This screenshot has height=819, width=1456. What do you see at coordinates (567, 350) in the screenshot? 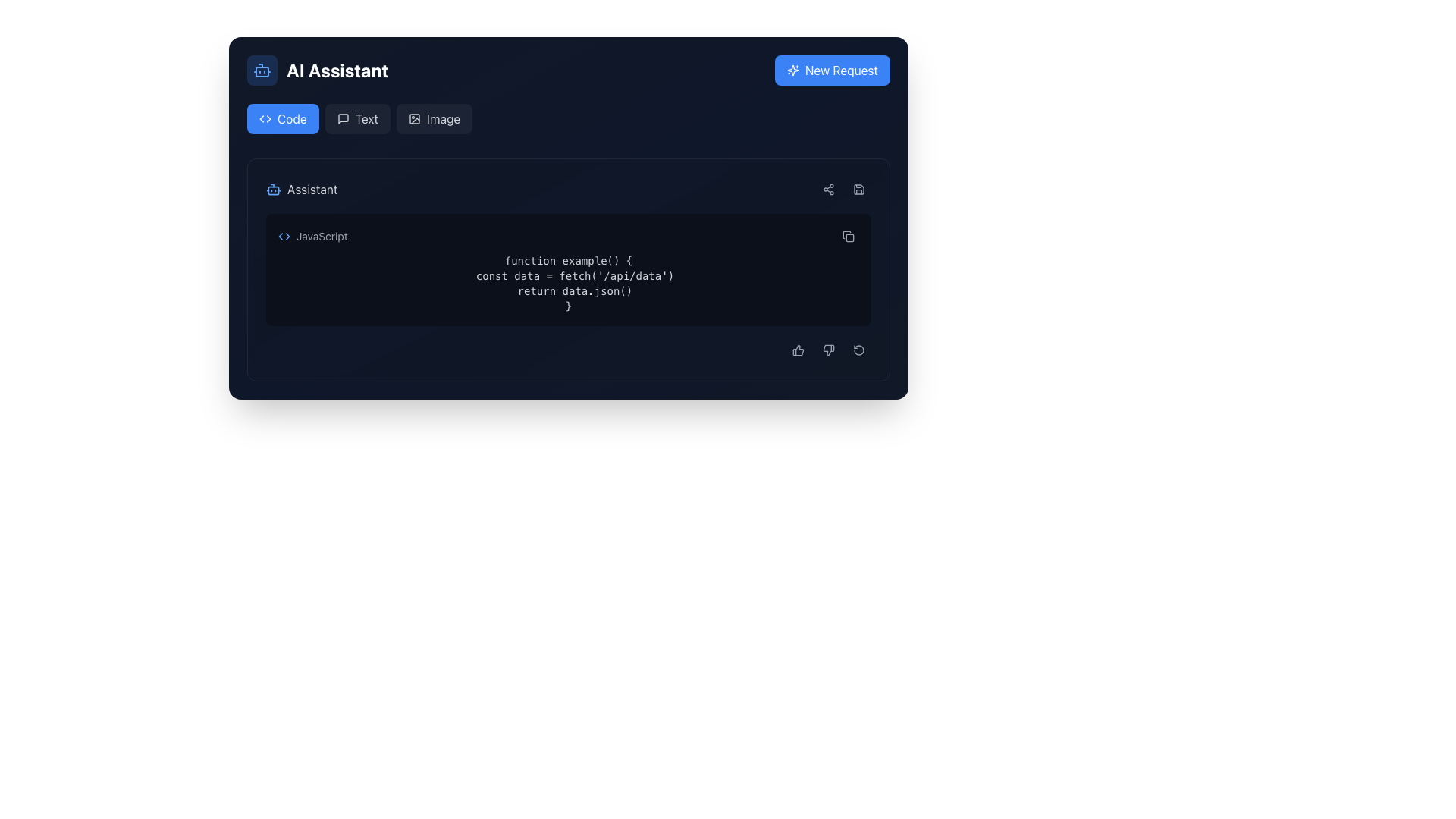
I see `the thumbs-up button on the horizontal toolbar located beneath the code example block to like` at bounding box center [567, 350].